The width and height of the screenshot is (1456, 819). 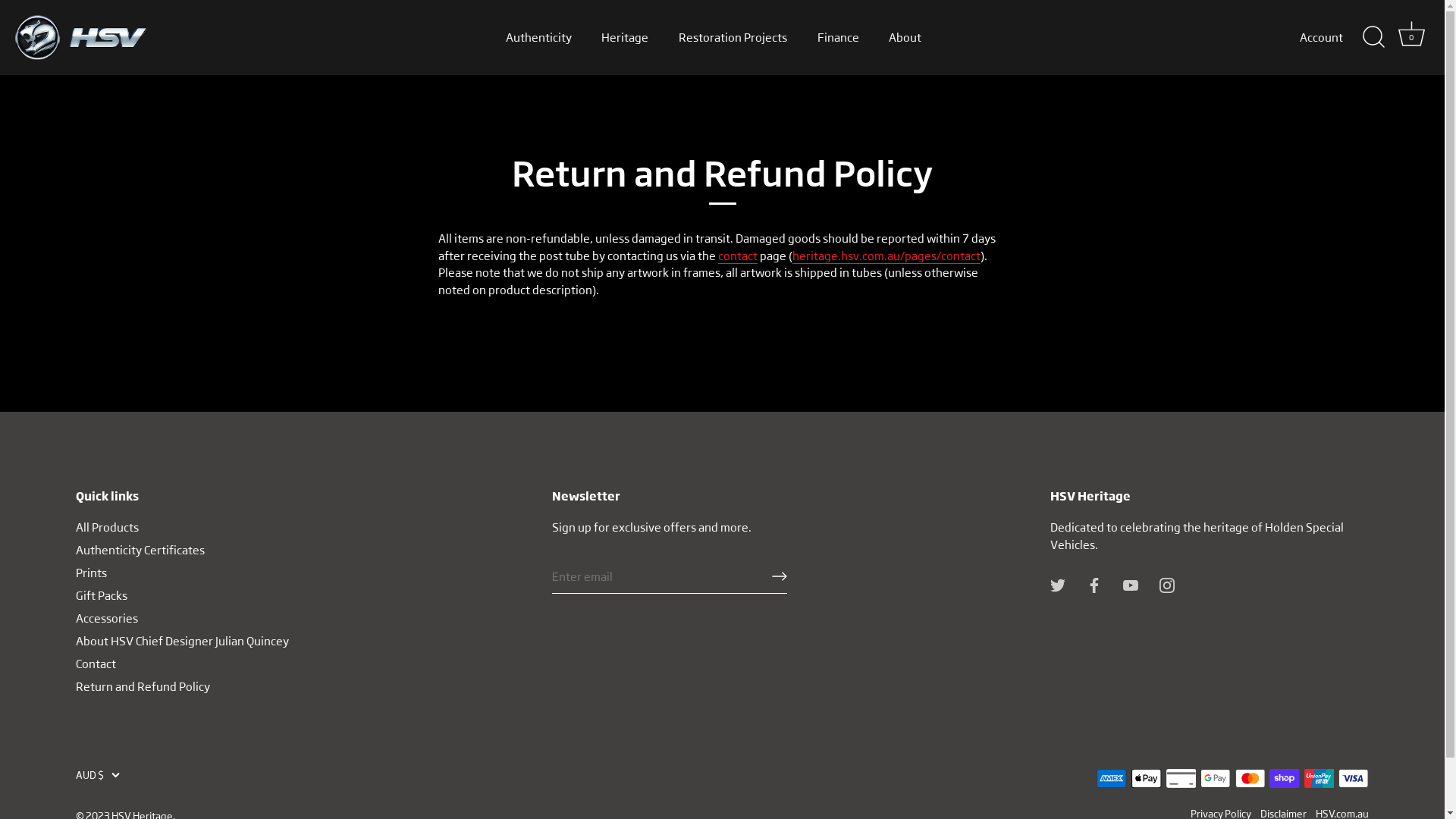 What do you see at coordinates (836, 36) in the screenshot?
I see `'Finance'` at bounding box center [836, 36].